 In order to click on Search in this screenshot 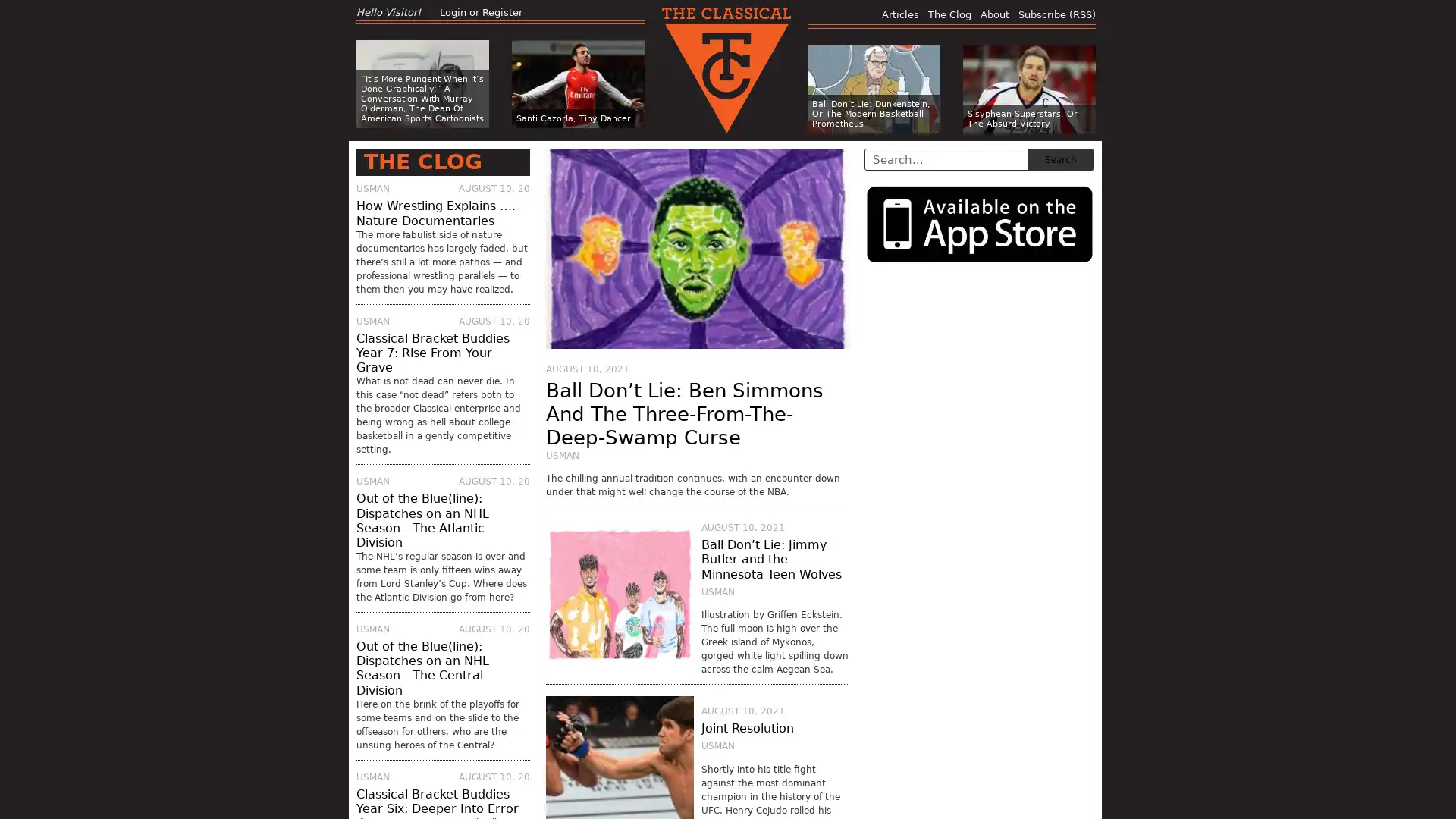, I will do `click(1059, 159)`.